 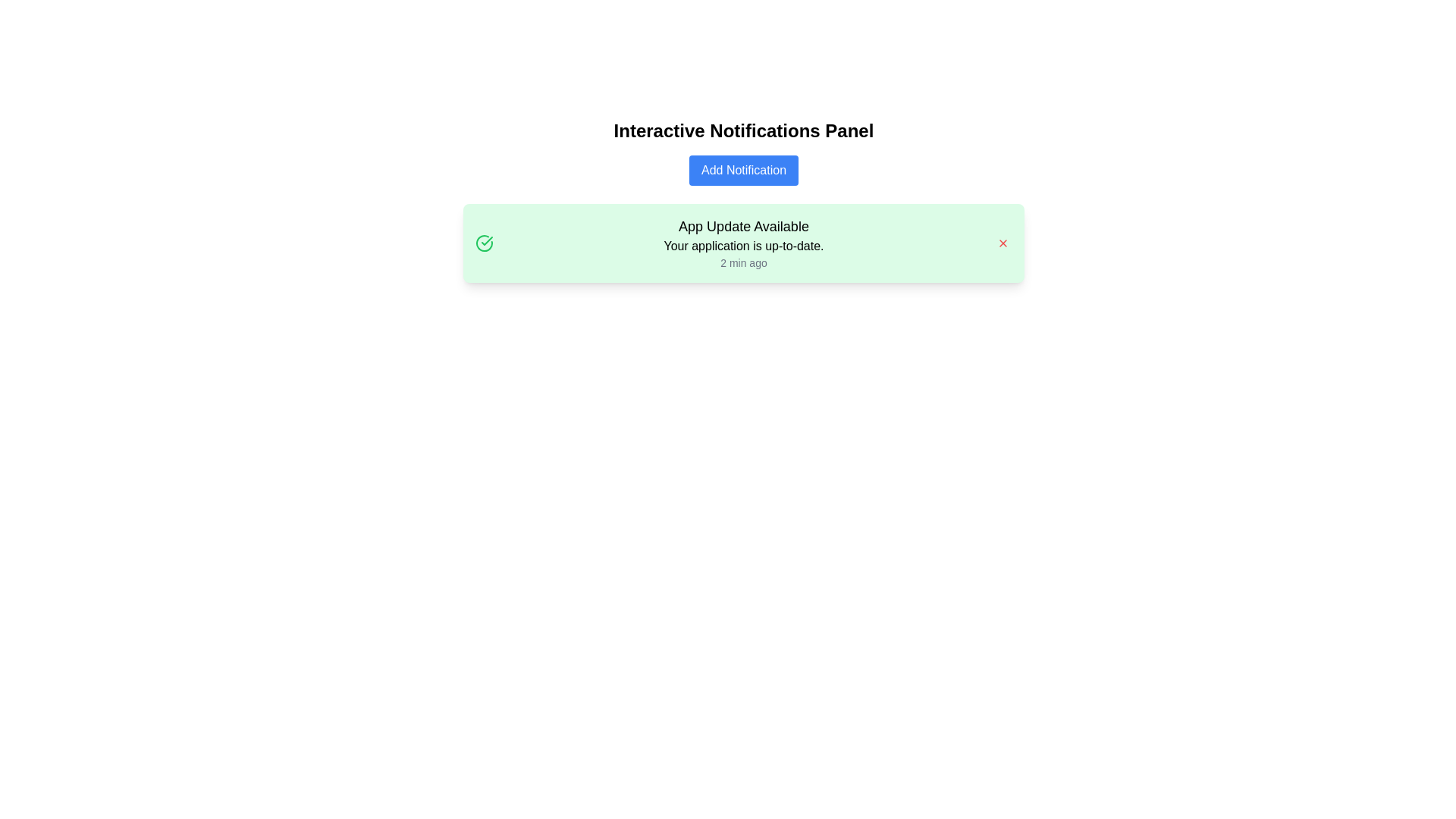 What do you see at coordinates (743, 245) in the screenshot?
I see `the Text label that indicates the application is current with no pending updates, located below 'App Update Available' and above '2 min ago' within the notification card` at bounding box center [743, 245].